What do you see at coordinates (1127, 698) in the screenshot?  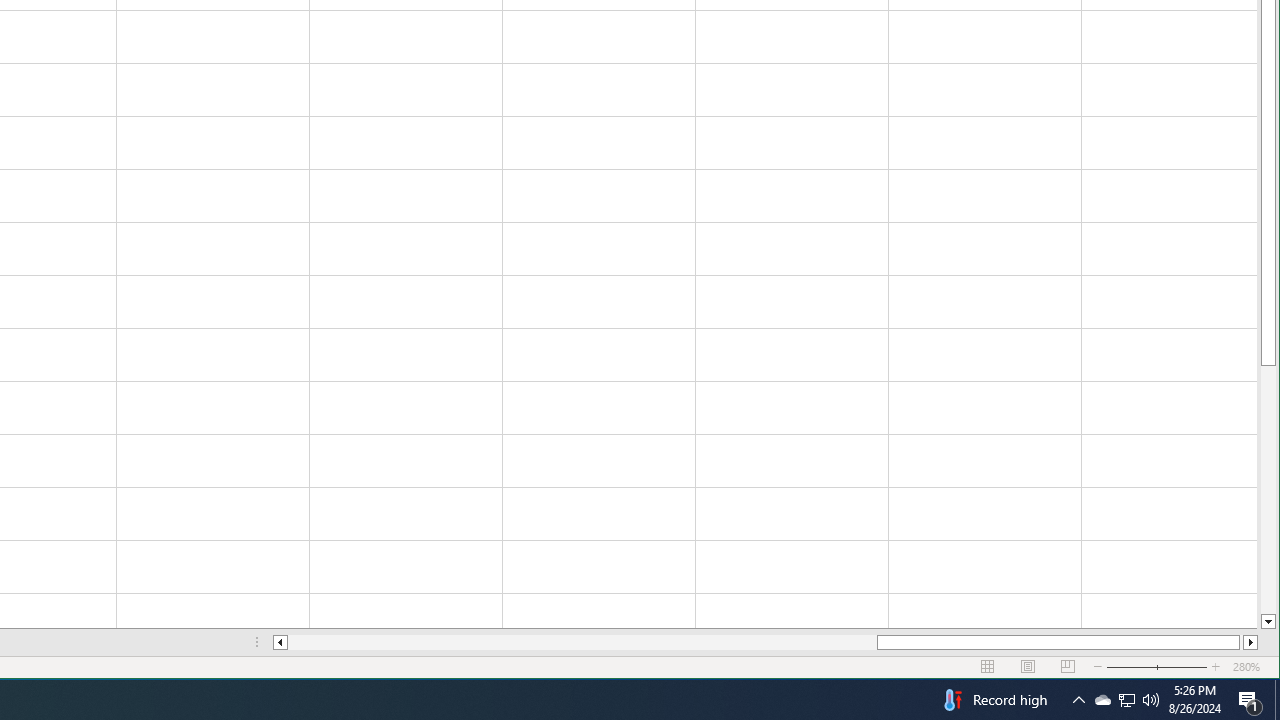 I see `'User Promoted Notification Area'` at bounding box center [1127, 698].